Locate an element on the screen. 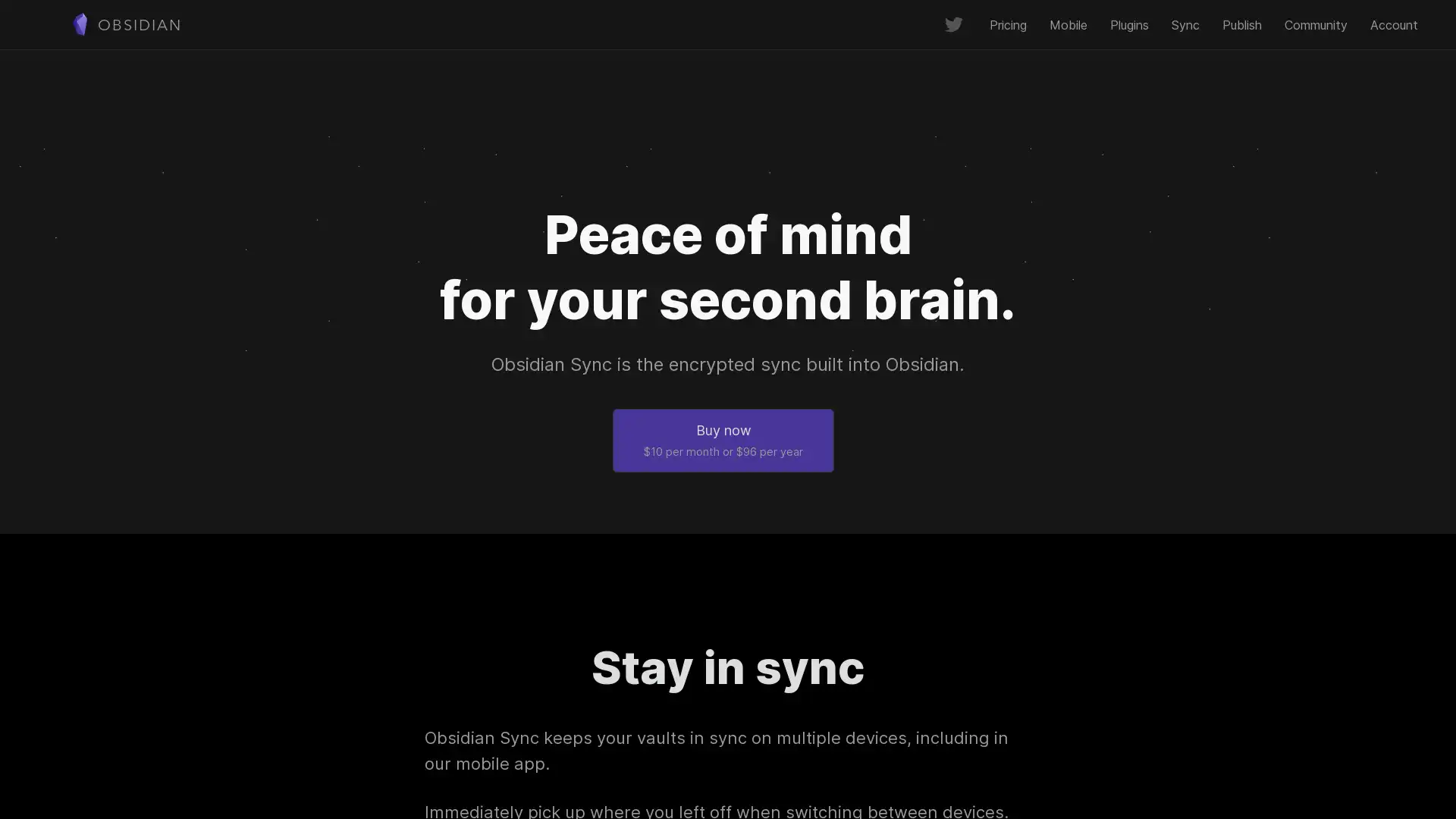 This screenshot has height=819, width=1456. Buy now $10 per month or $96 per year is located at coordinates (723, 439).